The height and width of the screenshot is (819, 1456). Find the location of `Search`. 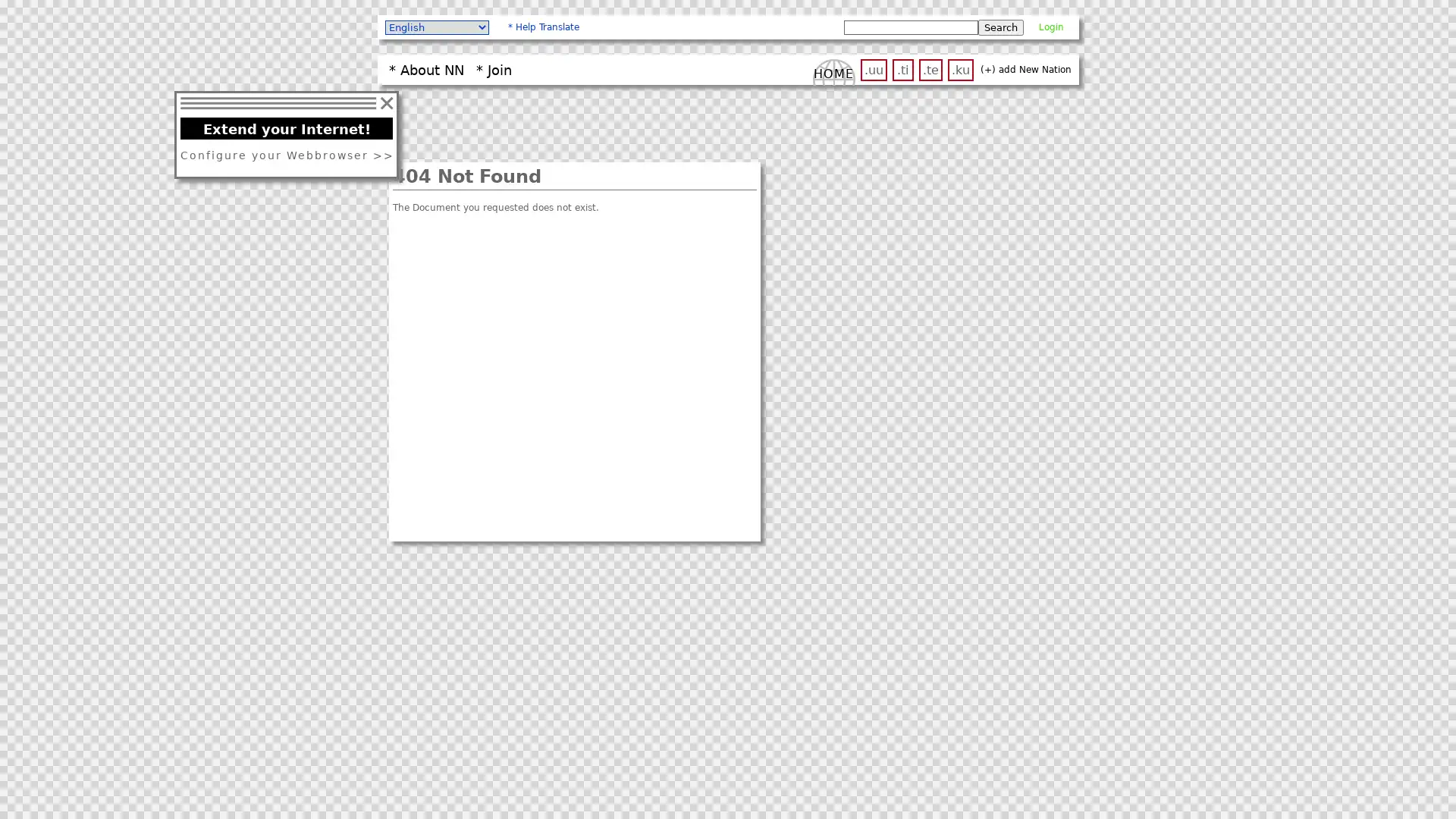

Search is located at coordinates (1000, 27).